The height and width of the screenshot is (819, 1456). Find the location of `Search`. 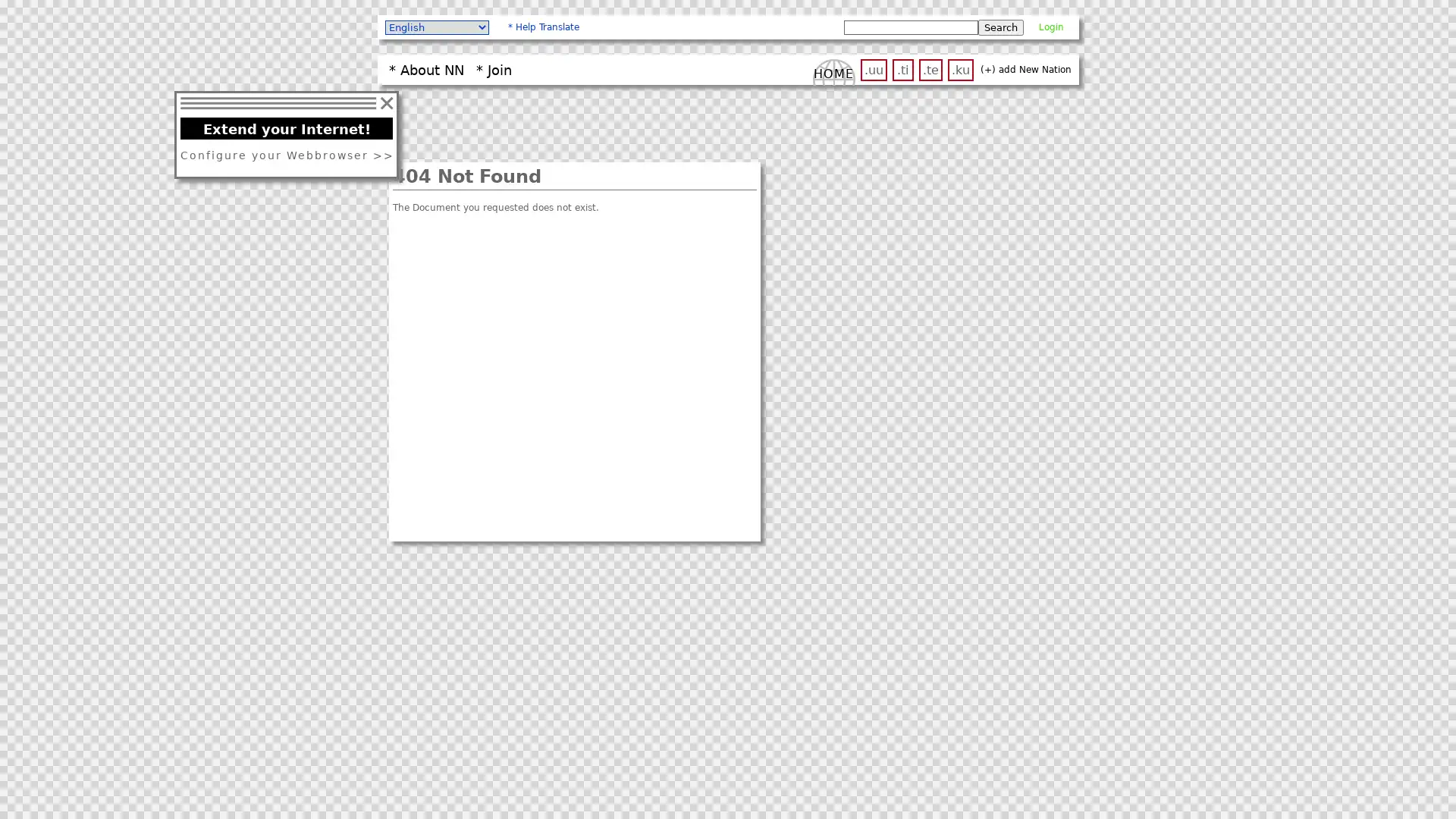

Search is located at coordinates (1000, 27).